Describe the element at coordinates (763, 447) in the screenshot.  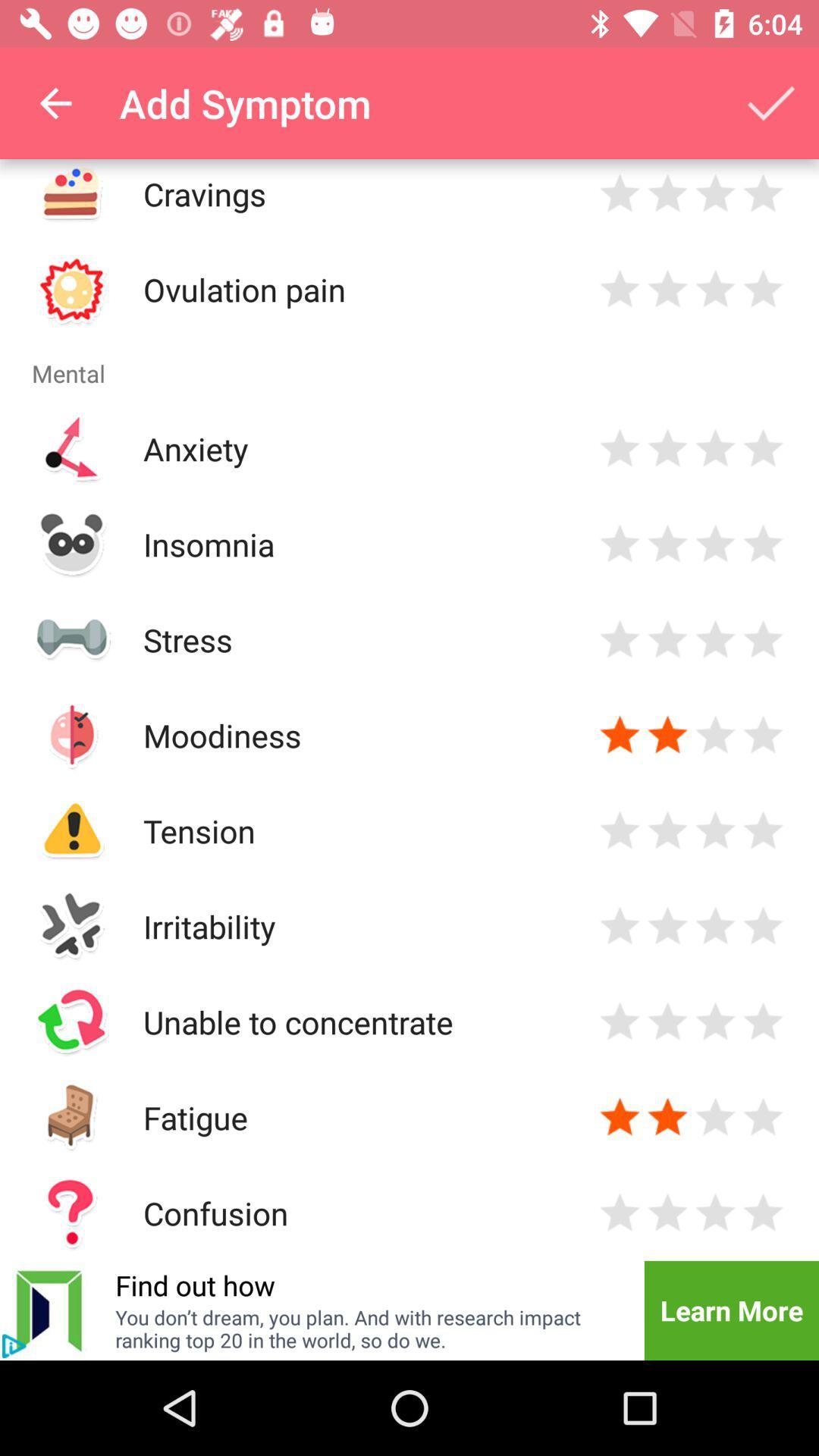
I see `rate four stars` at that location.